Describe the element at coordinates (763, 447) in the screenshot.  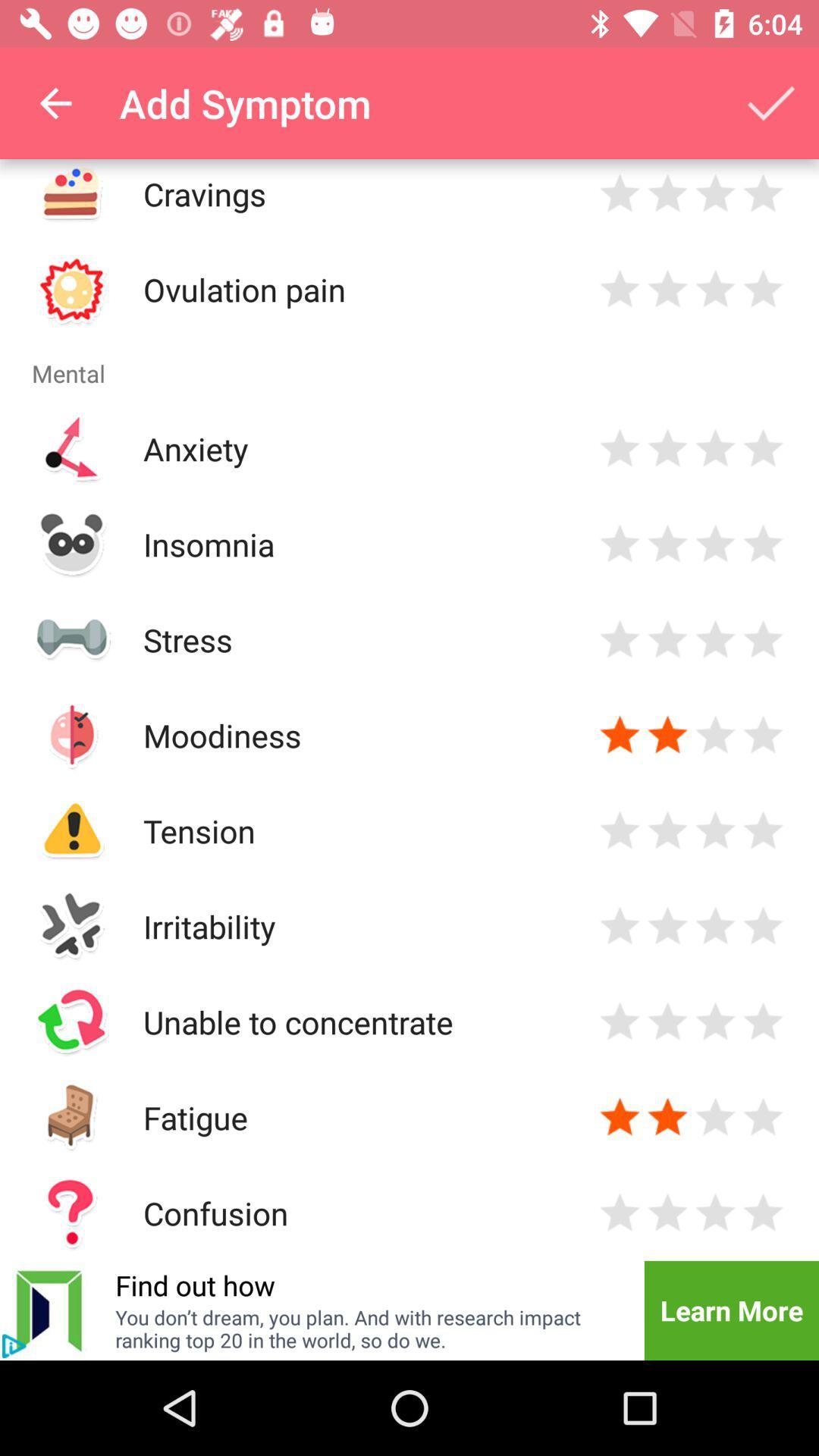
I see `rate four stars` at that location.